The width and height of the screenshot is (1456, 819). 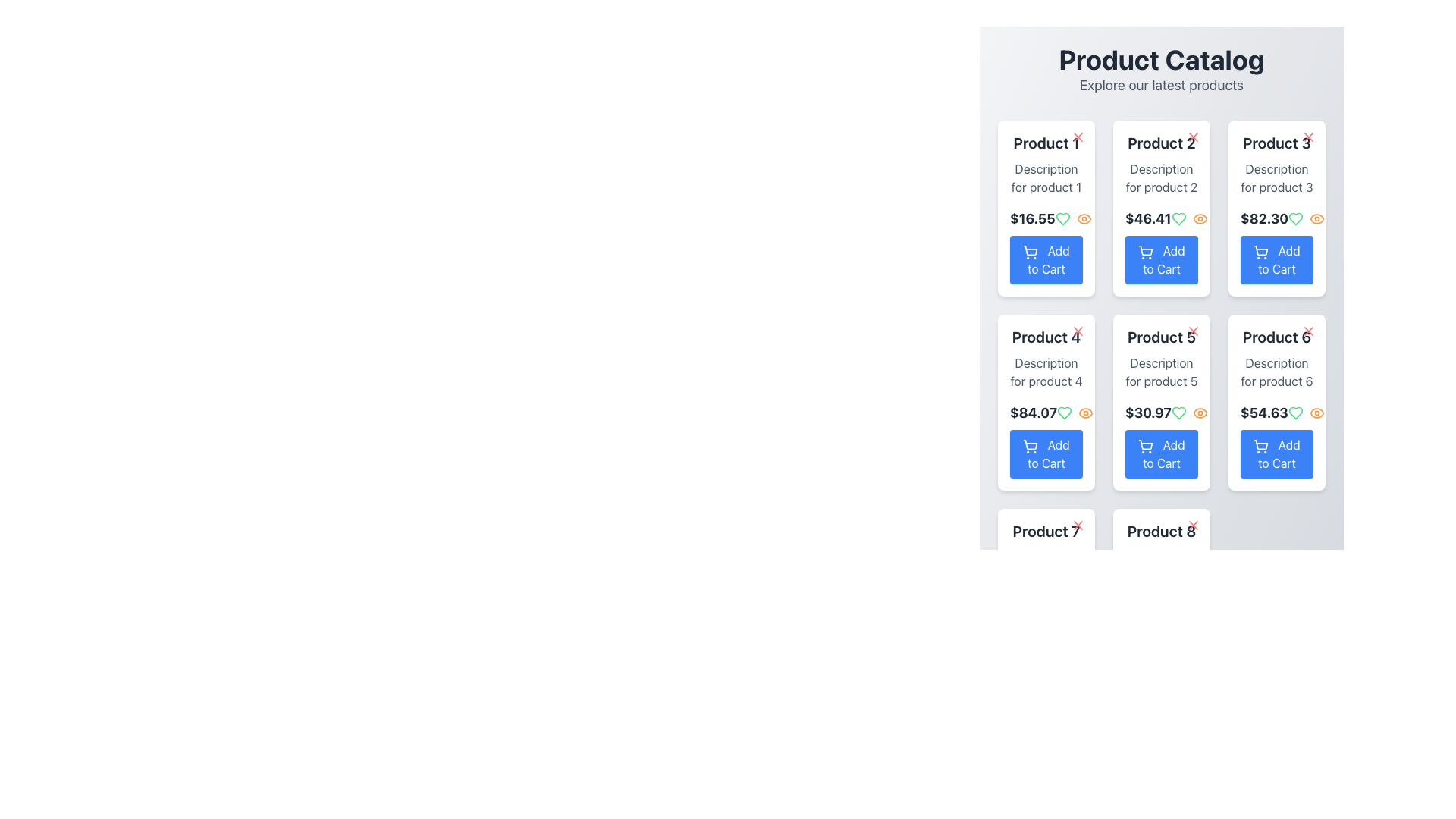 What do you see at coordinates (1294, 413) in the screenshot?
I see `the heart-shaped icon` at bounding box center [1294, 413].